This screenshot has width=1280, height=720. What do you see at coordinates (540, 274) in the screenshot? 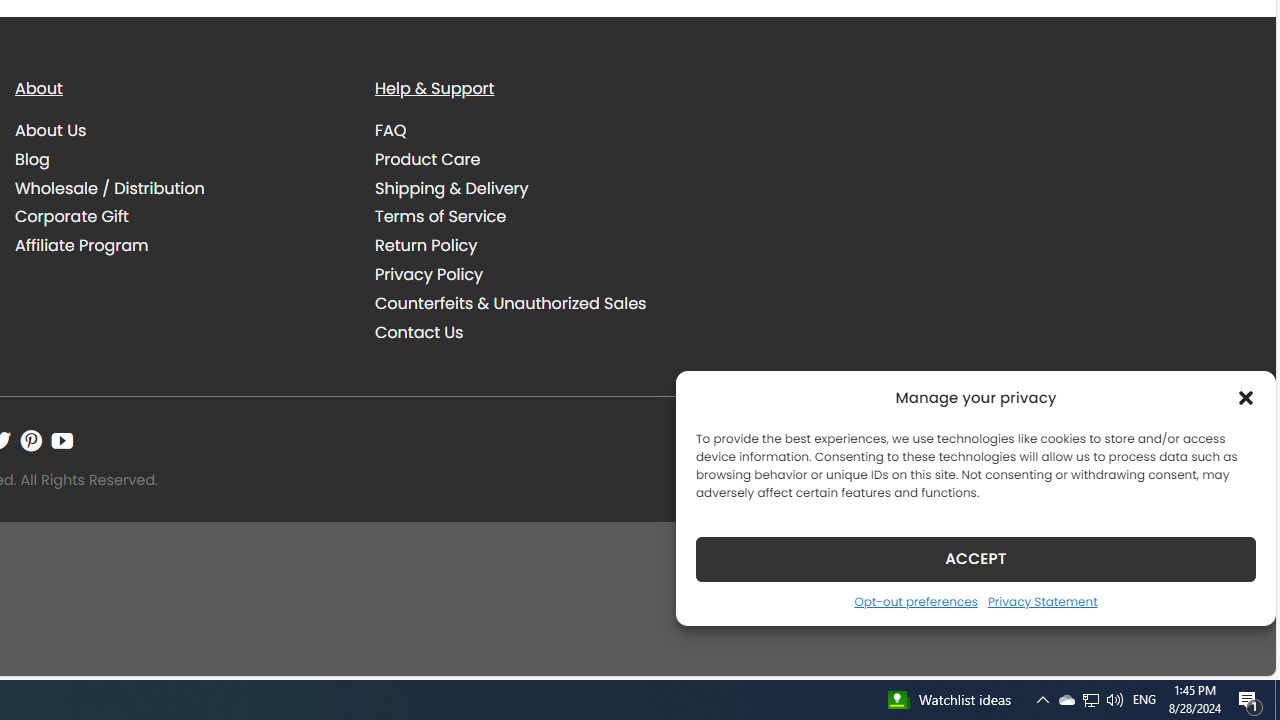
I see `'Privacy Policy'` at bounding box center [540, 274].